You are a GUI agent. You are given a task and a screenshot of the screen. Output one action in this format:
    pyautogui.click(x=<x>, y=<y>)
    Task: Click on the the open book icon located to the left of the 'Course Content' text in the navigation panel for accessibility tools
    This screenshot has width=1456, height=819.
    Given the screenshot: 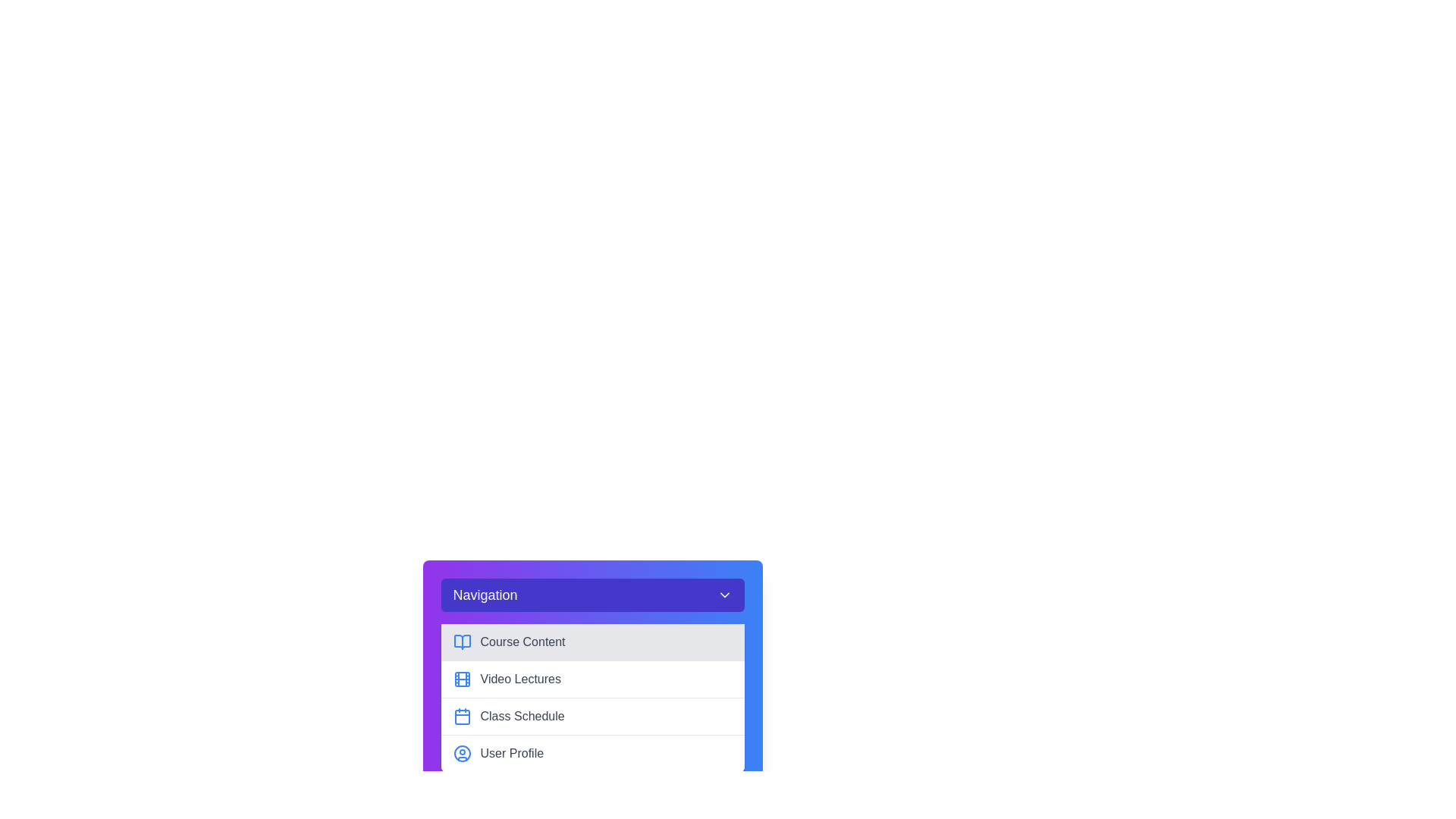 What is the action you would take?
    pyautogui.click(x=461, y=642)
    